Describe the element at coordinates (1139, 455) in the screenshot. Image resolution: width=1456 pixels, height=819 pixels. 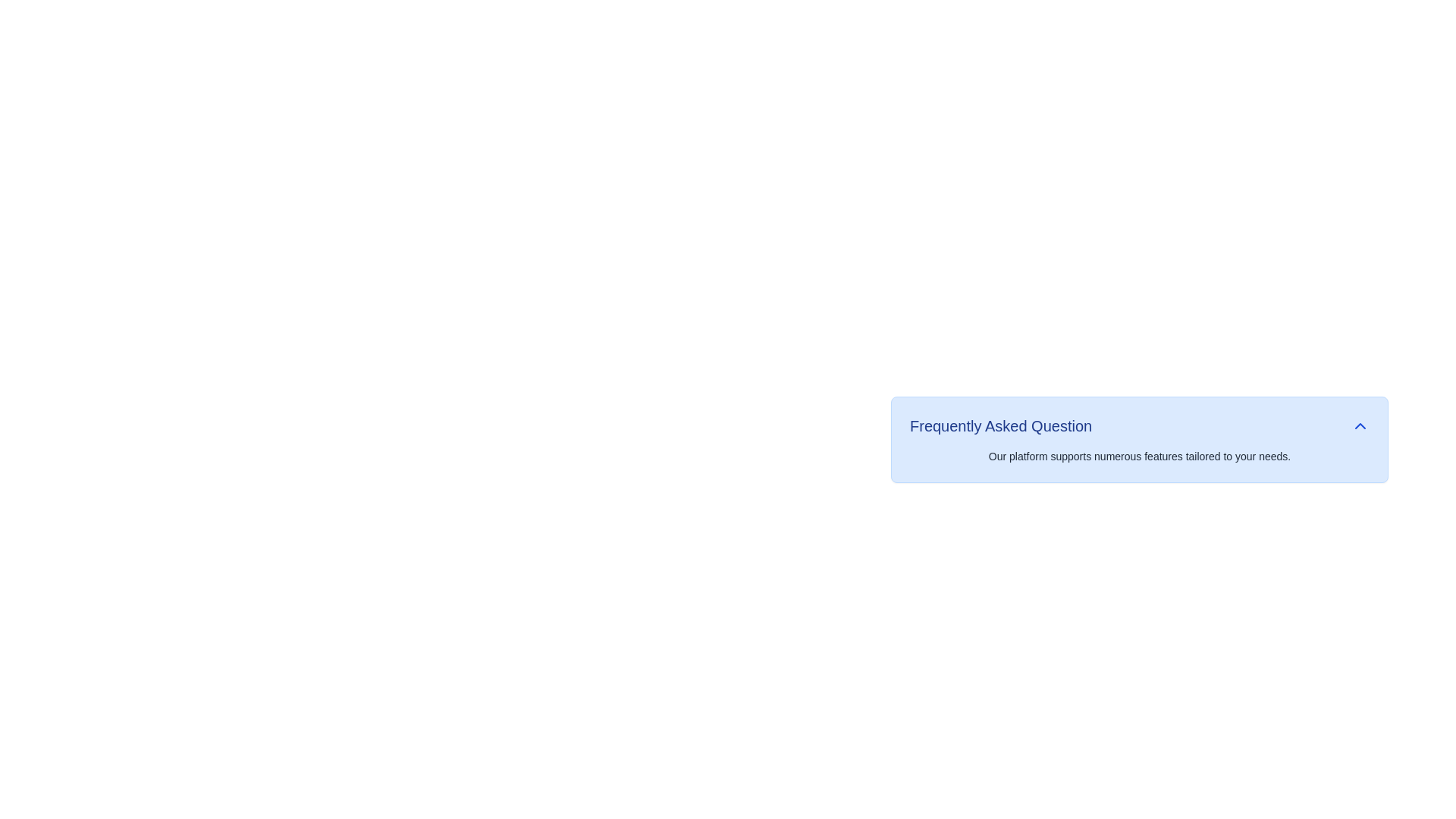
I see `the static text providing additional details related to 'Frequently Asked Question', which is located below the title in the center of a light blue card component` at that location.